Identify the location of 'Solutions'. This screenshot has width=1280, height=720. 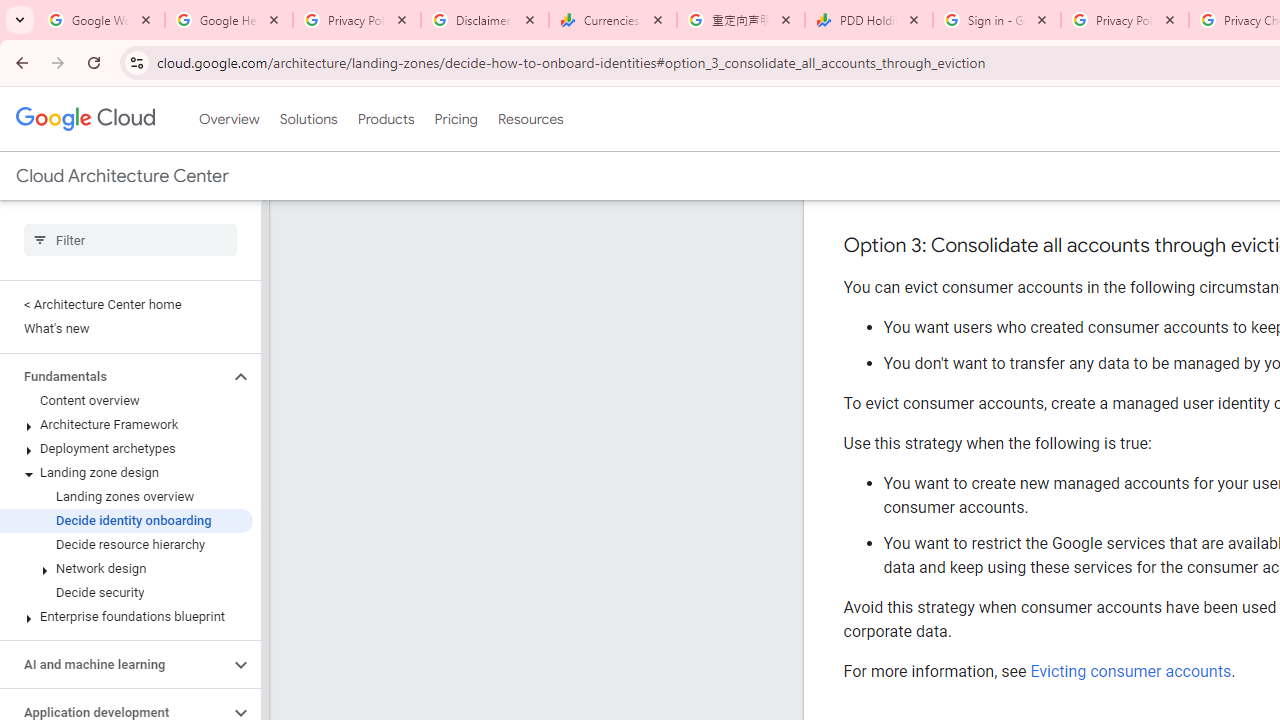
(307, 119).